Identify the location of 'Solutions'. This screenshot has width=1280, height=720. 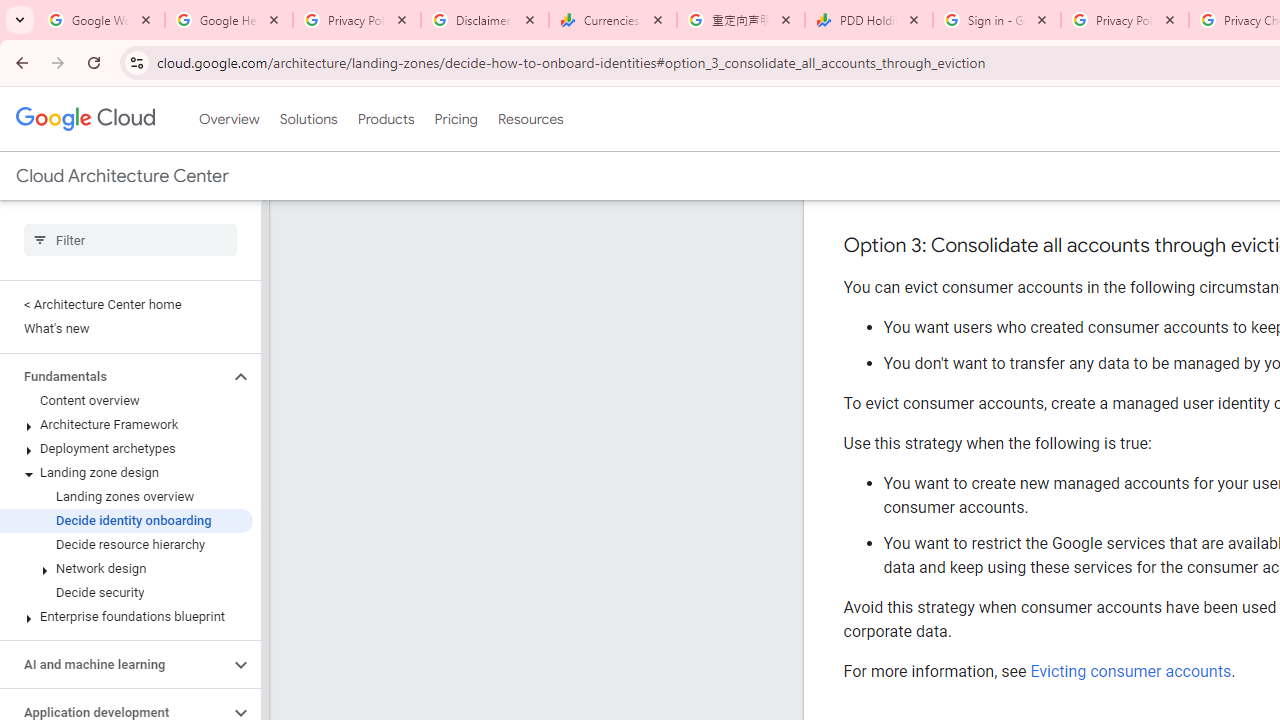
(307, 119).